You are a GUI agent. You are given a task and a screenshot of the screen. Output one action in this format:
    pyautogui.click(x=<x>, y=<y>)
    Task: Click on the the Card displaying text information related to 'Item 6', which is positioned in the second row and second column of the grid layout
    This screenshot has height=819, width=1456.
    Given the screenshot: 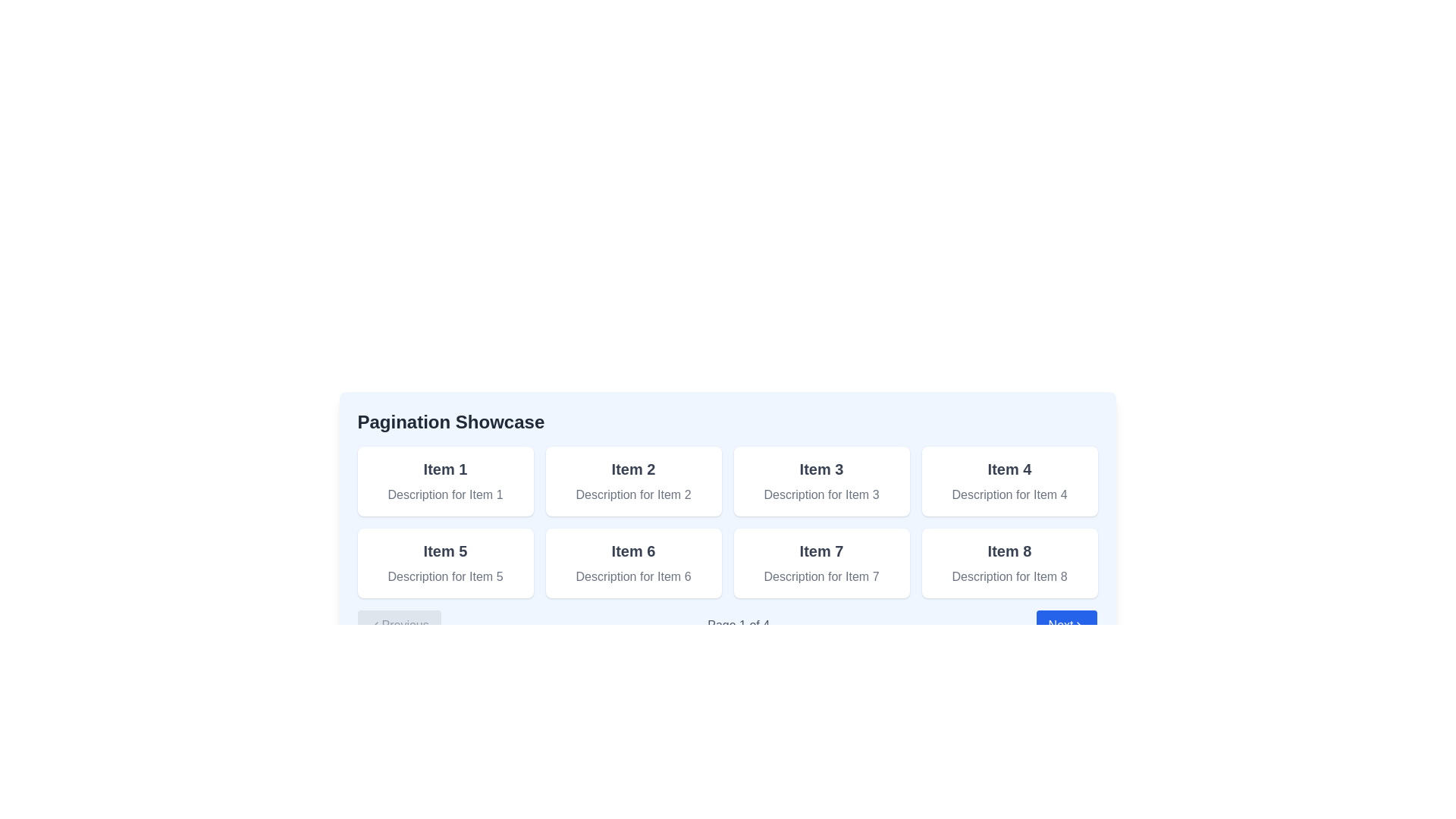 What is the action you would take?
    pyautogui.click(x=633, y=563)
    